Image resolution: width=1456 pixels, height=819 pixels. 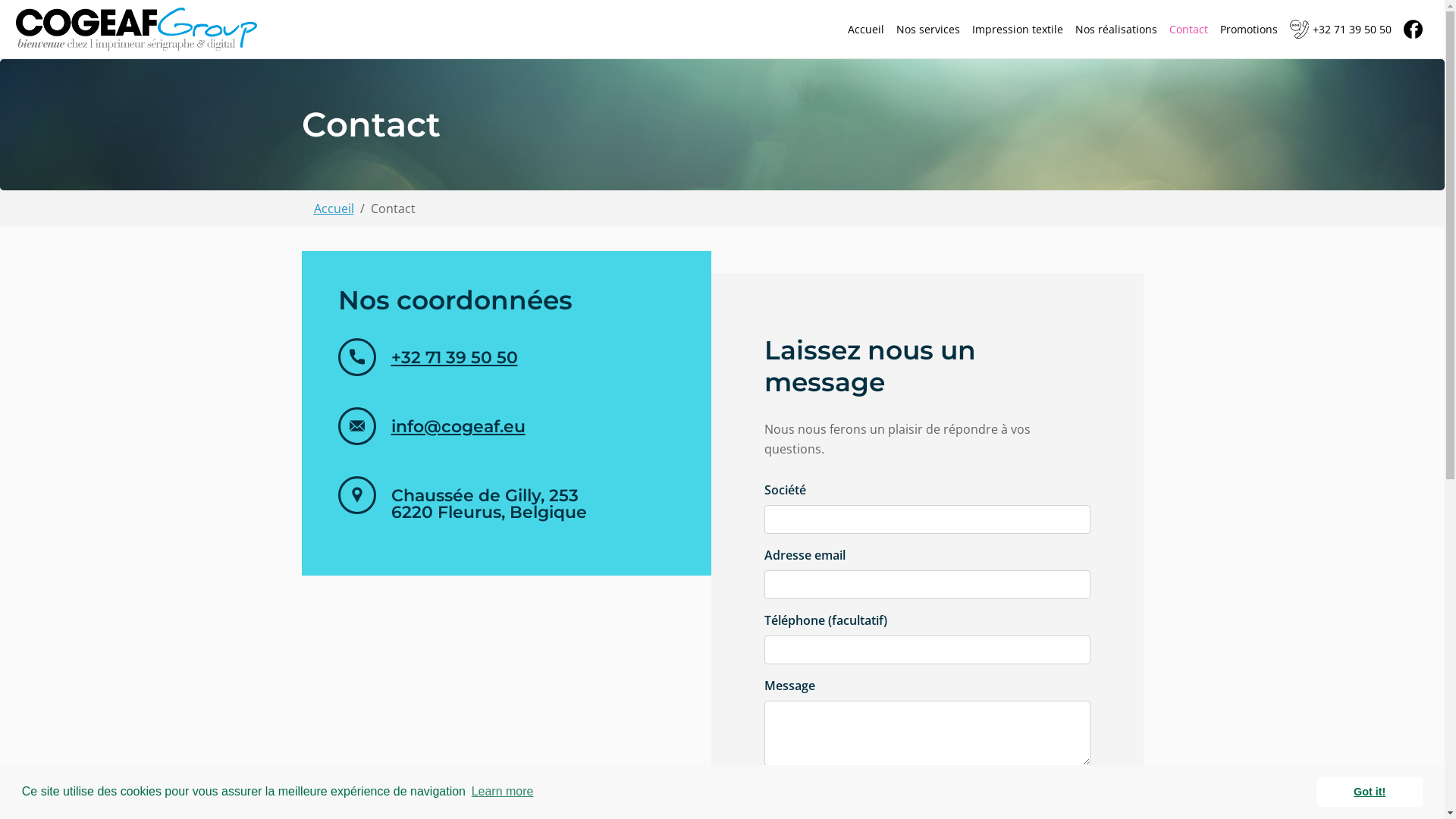 What do you see at coordinates (457, 426) in the screenshot?
I see `'info@cogeaf.eu'` at bounding box center [457, 426].